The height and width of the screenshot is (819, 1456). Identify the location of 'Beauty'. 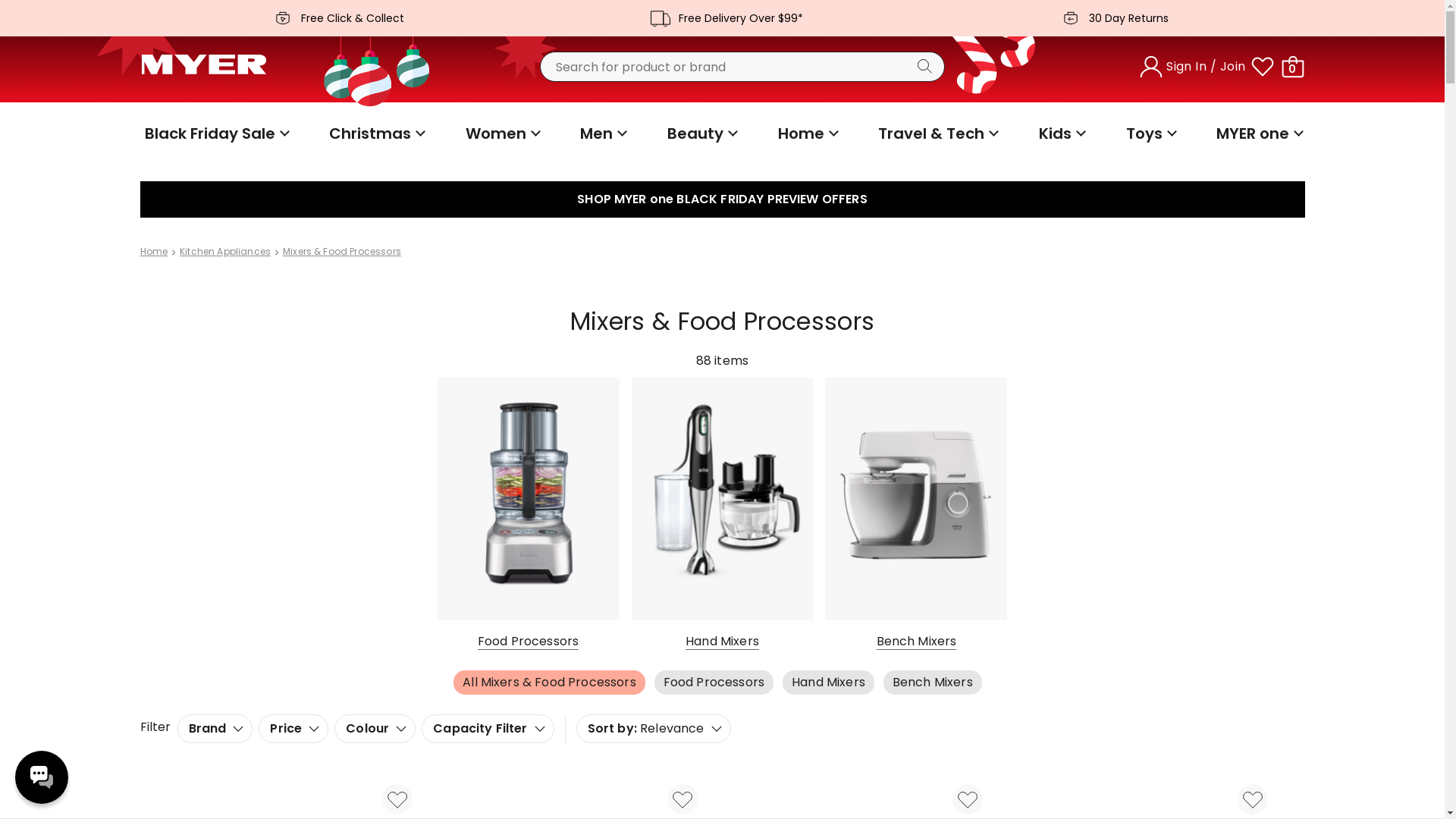
(700, 133).